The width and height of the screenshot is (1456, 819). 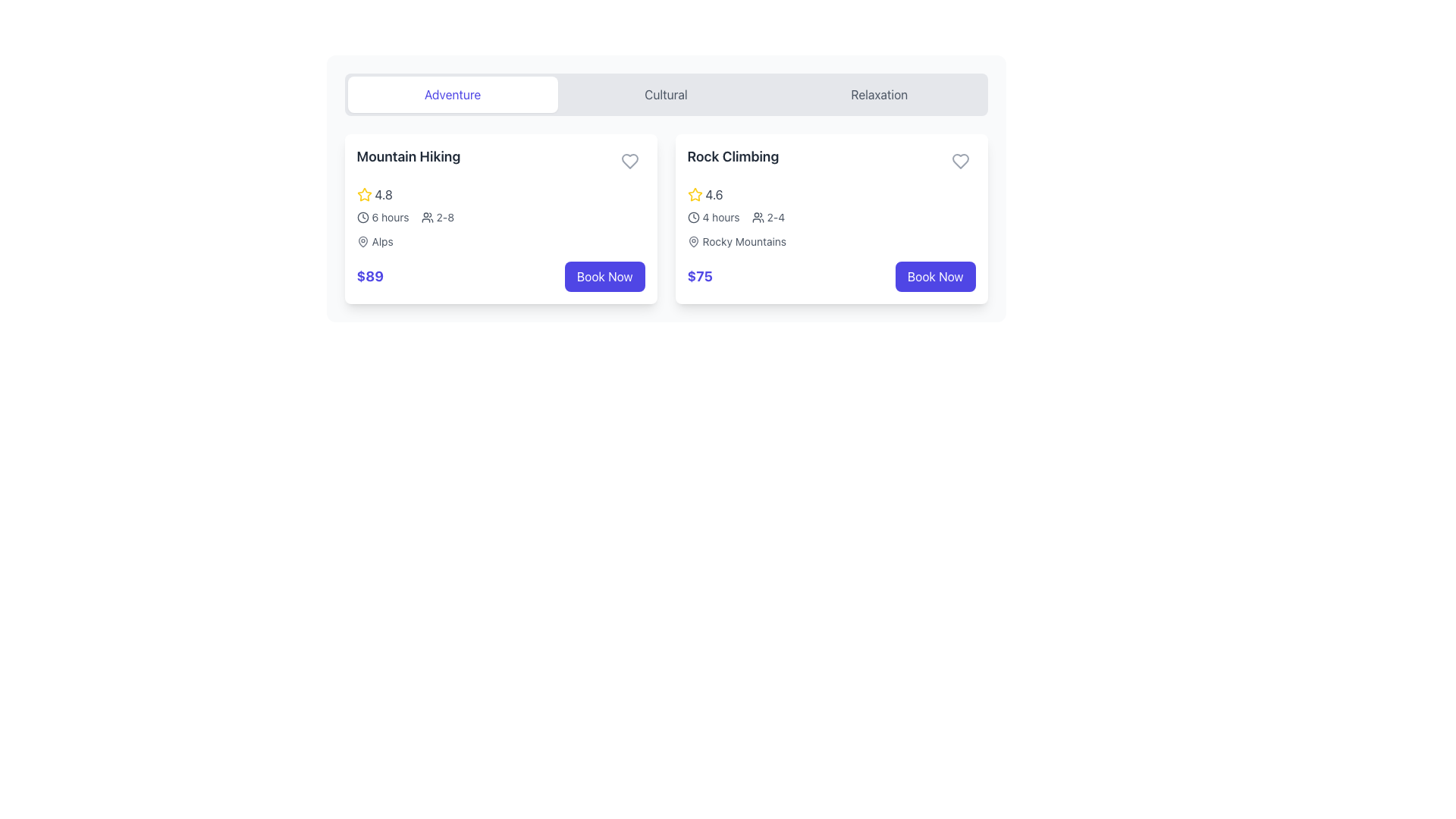 I want to click on the '4 hours' text label that indicates the duration of the activity in the 'Rock Climbing' card, which is part of the 'flex items-center' div and is positioned below the rating and above the participant count, so click(x=720, y=217).